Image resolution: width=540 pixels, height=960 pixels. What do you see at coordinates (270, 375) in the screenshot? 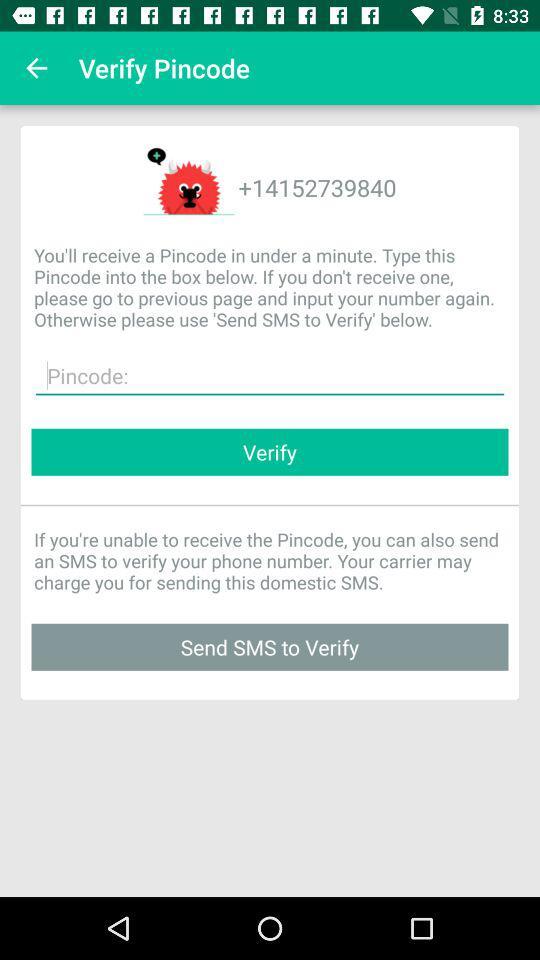
I see `icon above verify` at bounding box center [270, 375].